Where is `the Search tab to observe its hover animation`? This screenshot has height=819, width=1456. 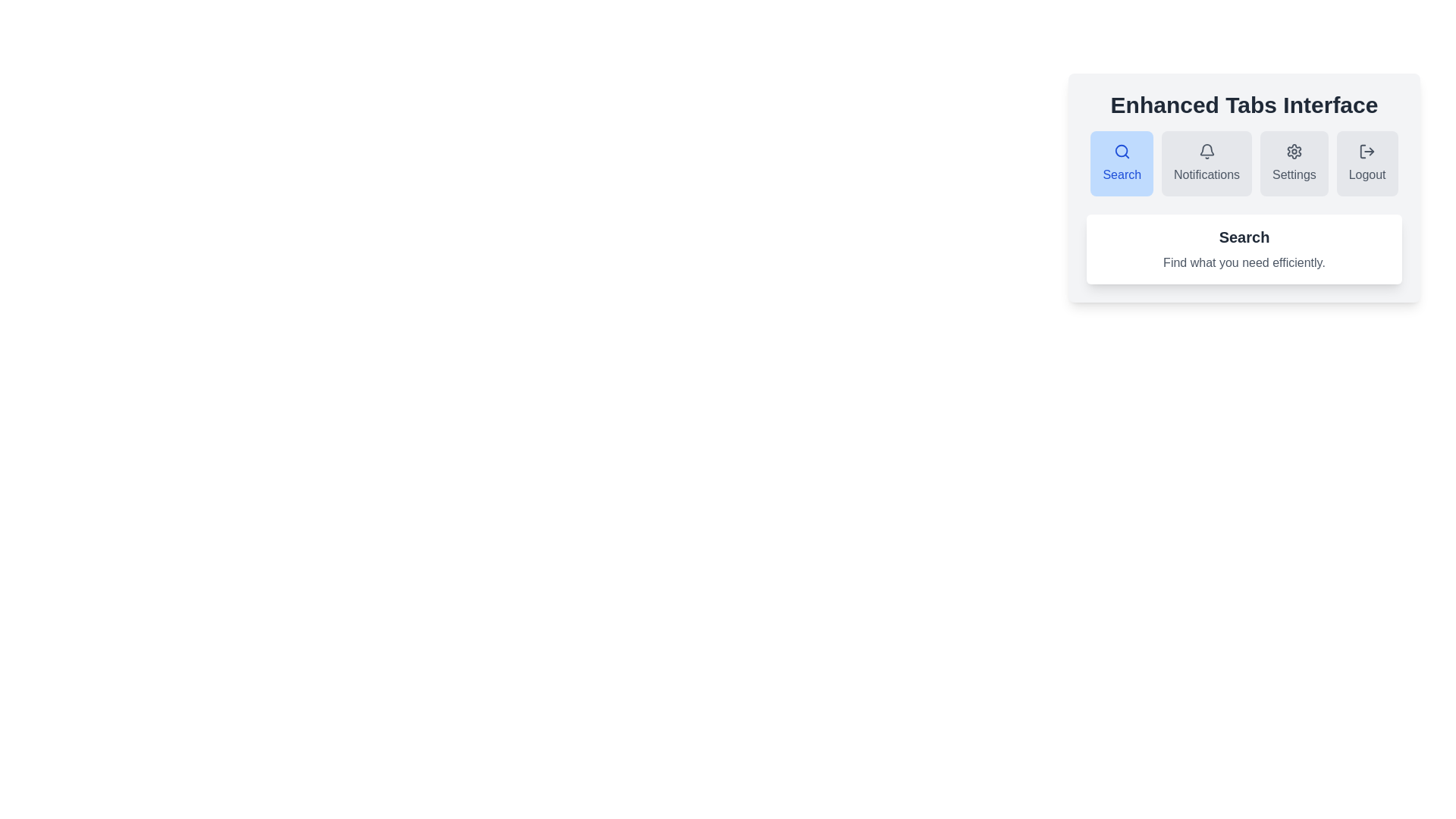 the Search tab to observe its hover animation is located at coordinates (1122, 164).